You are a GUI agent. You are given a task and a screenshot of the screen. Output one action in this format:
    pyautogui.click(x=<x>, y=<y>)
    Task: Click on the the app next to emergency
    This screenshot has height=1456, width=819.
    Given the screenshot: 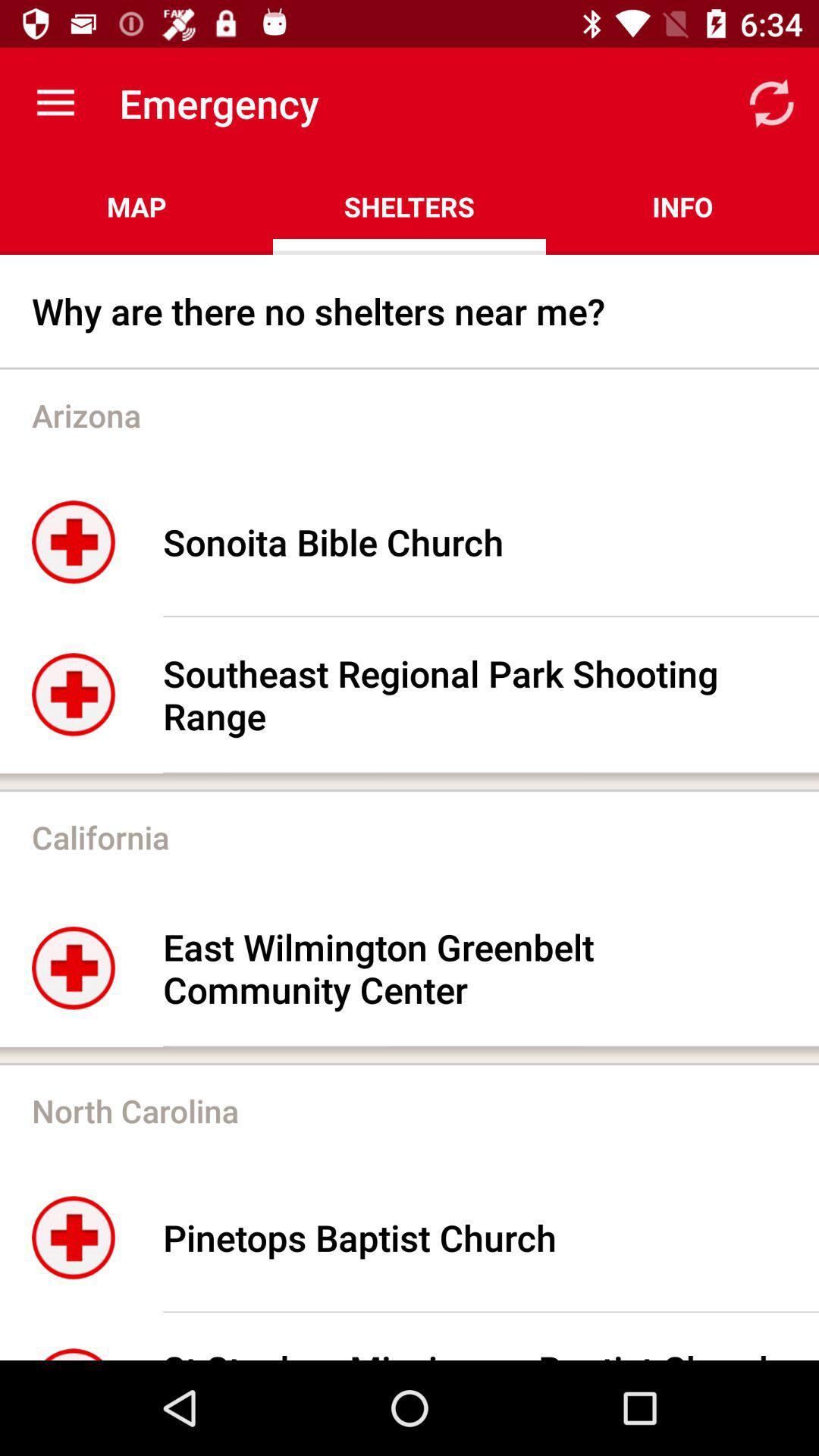 What is the action you would take?
    pyautogui.click(x=55, y=102)
    